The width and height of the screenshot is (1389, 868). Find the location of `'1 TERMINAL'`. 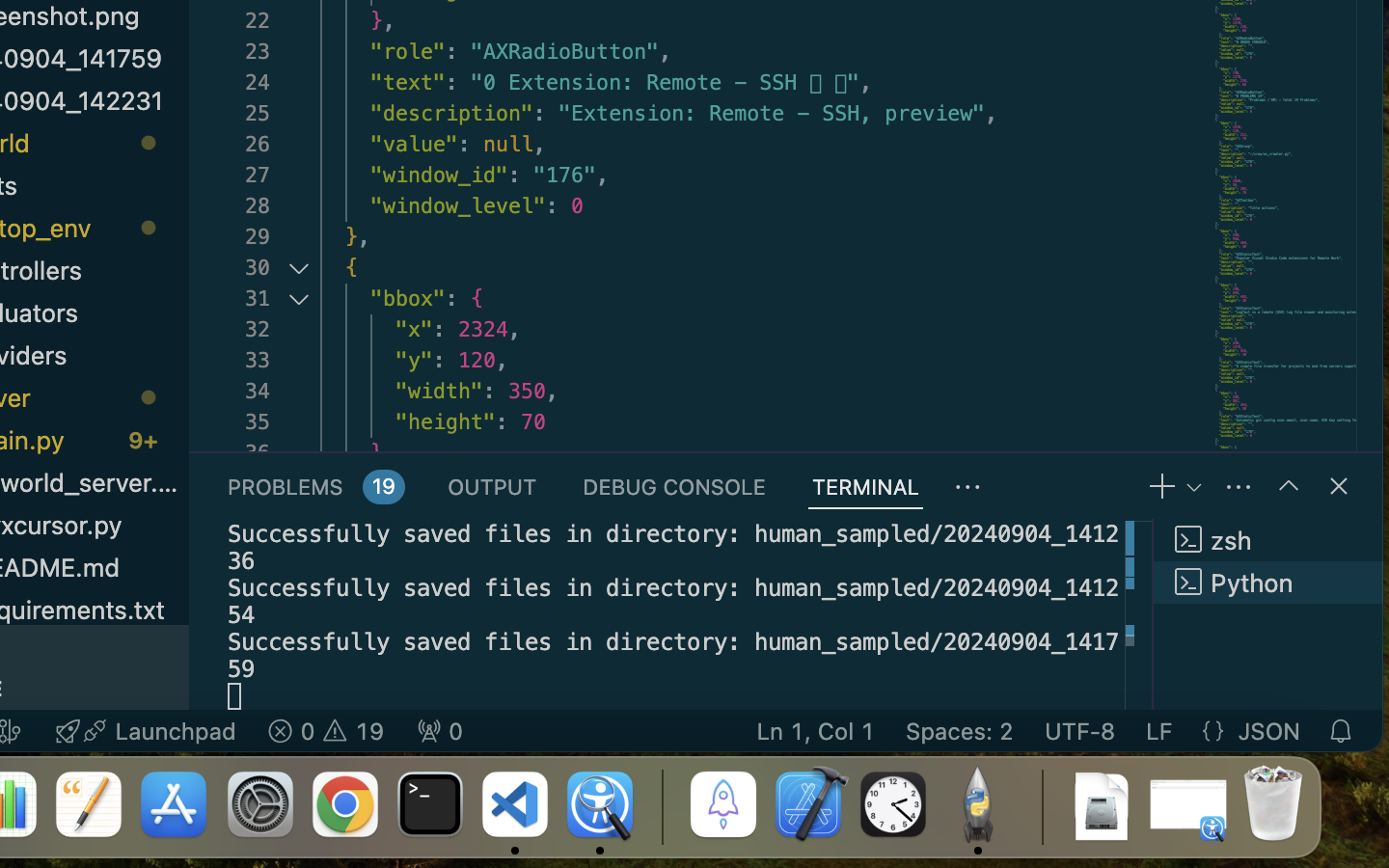

'1 TERMINAL' is located at coordinates (864, 485).